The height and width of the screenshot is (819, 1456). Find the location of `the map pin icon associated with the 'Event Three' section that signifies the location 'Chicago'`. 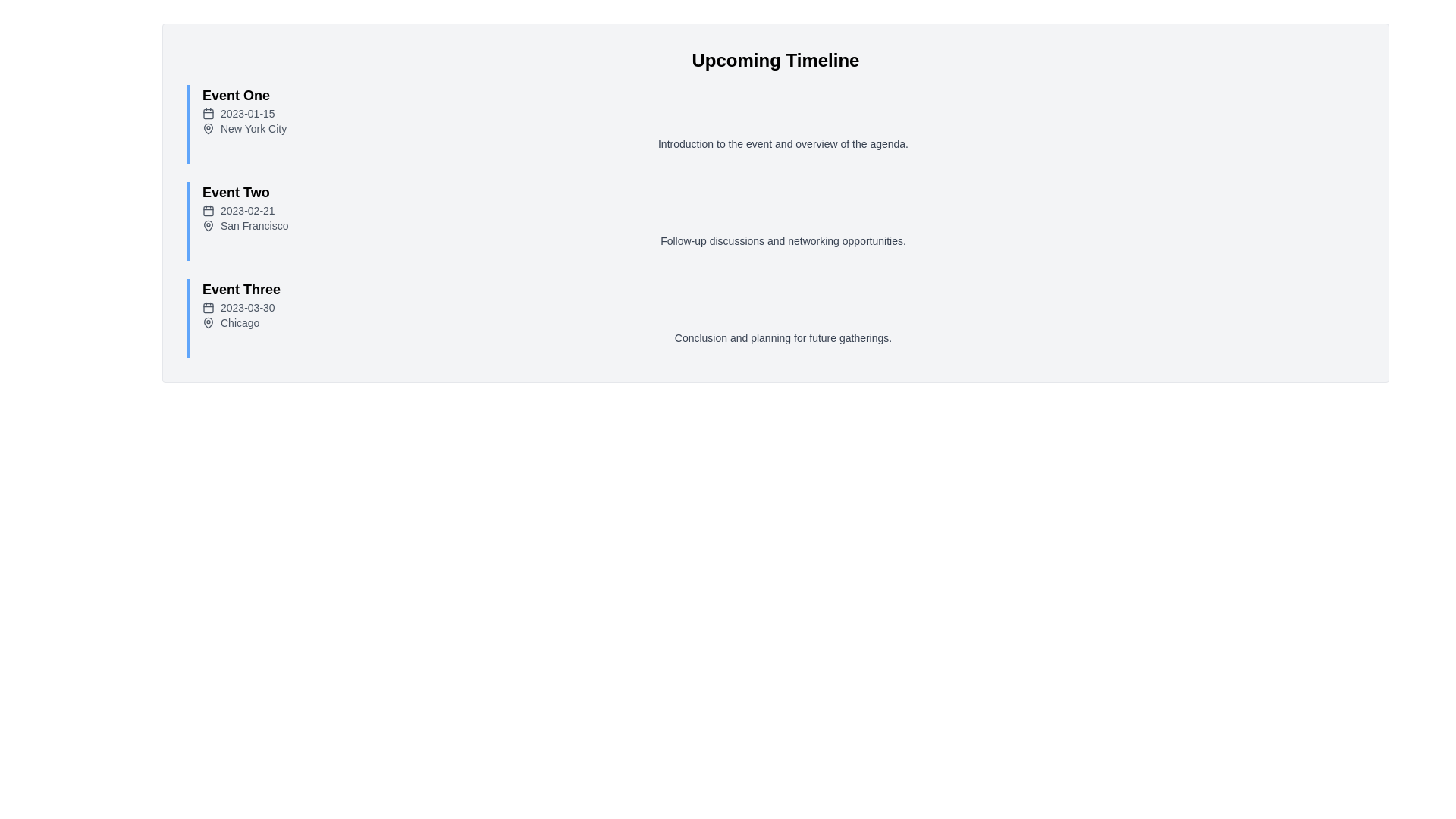

the map pin icon associated with the 'Event Three' section that signifies the location 'Chicago' is located at coordinates (207, 321).